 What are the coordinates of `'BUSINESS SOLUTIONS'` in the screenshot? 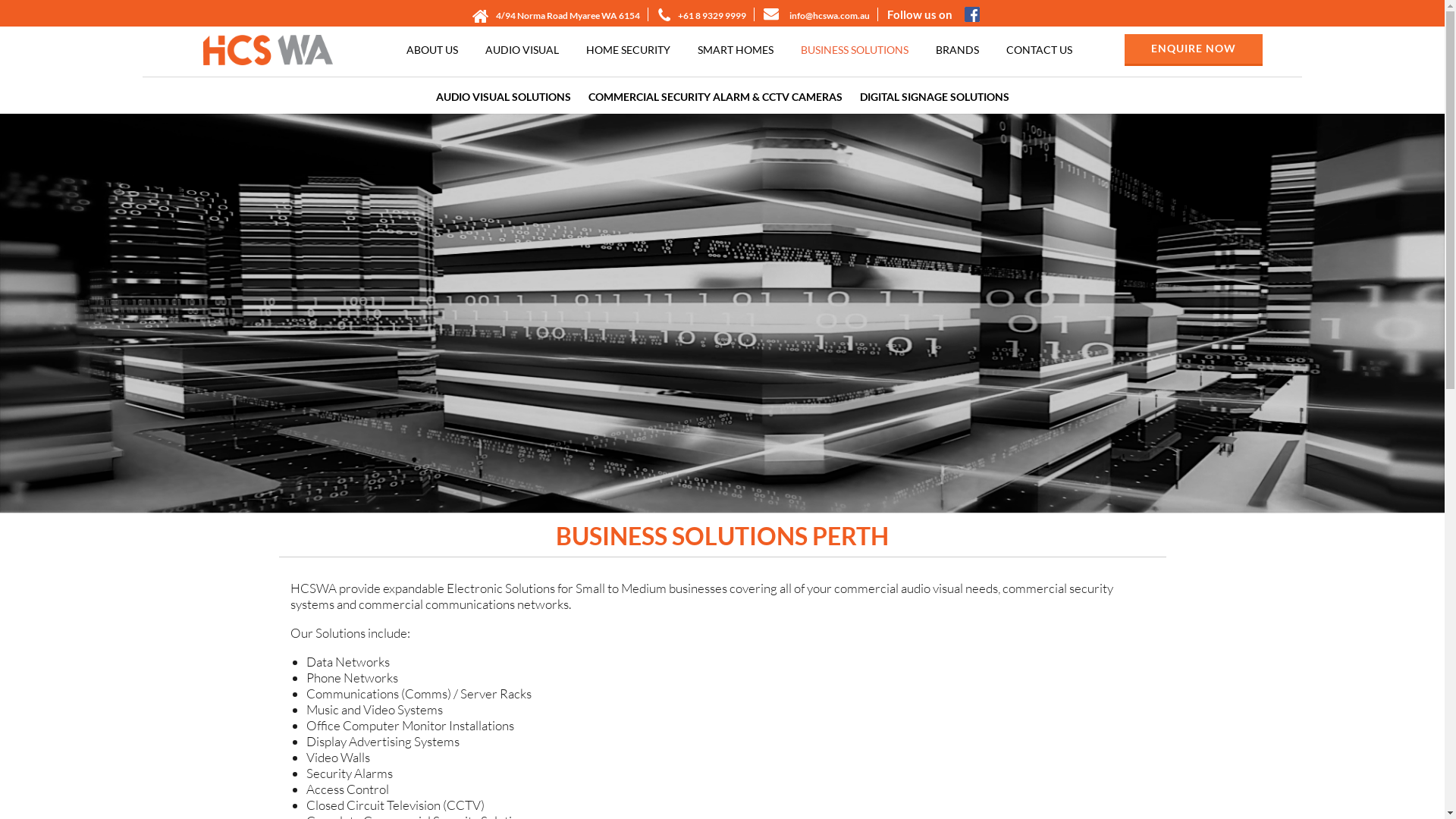 It's located at (855, 49).